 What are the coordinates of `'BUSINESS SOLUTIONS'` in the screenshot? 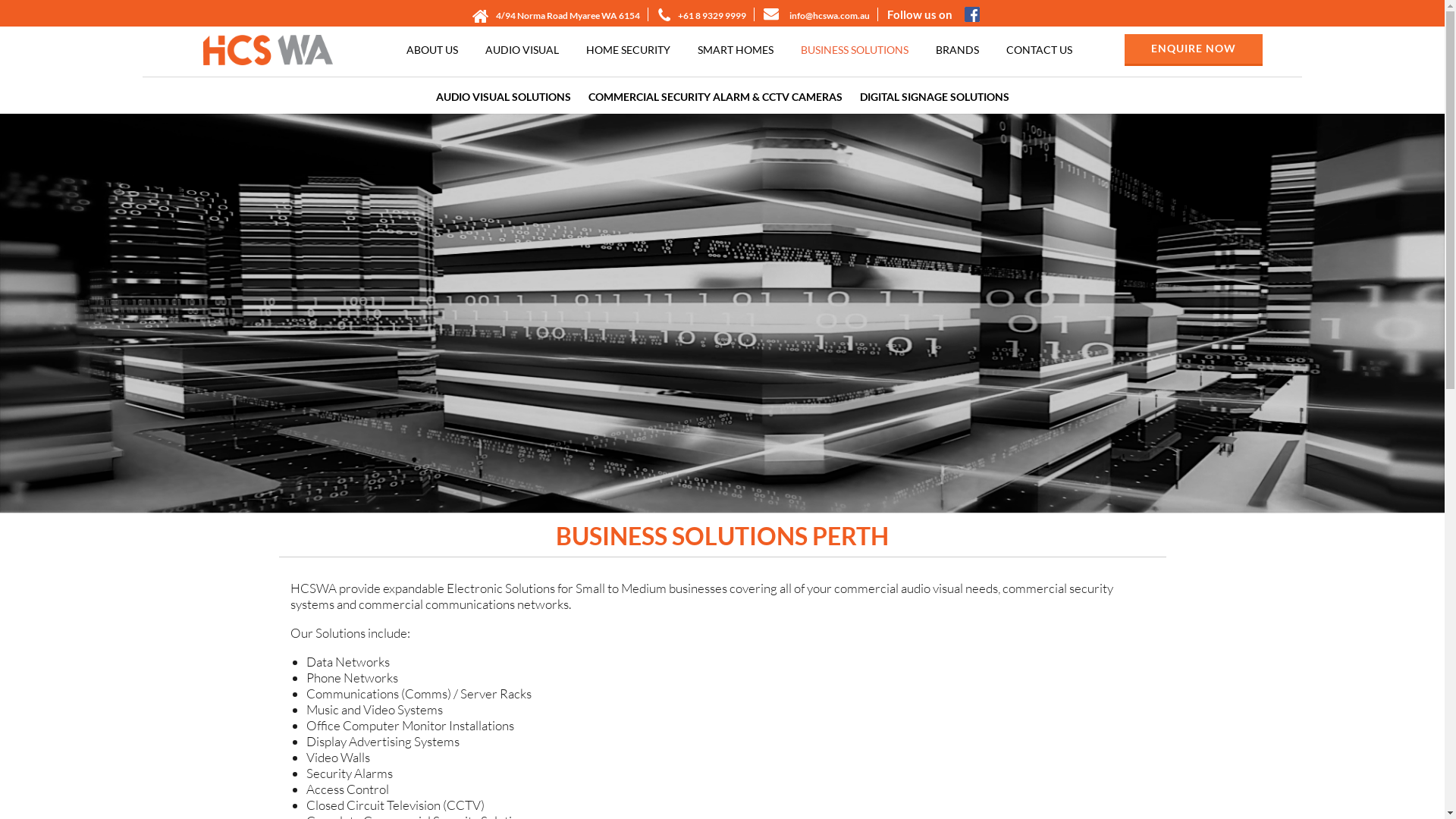 It's located at (855, 49).